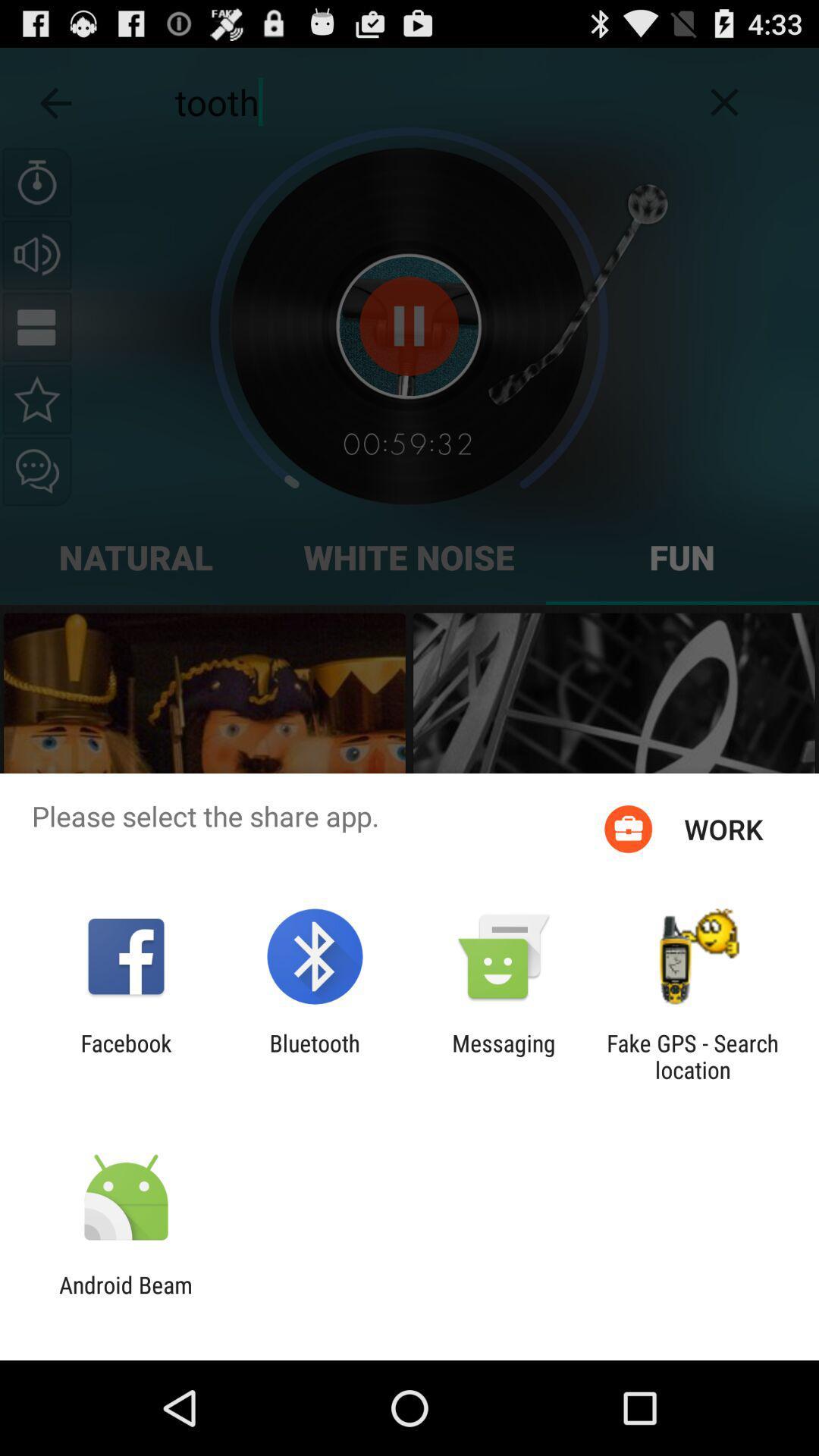  What do you see at coordinates (504, 1056) in the screenshot?
I see `the item next to the fake gps search item` at bounding box center [504, 1056].